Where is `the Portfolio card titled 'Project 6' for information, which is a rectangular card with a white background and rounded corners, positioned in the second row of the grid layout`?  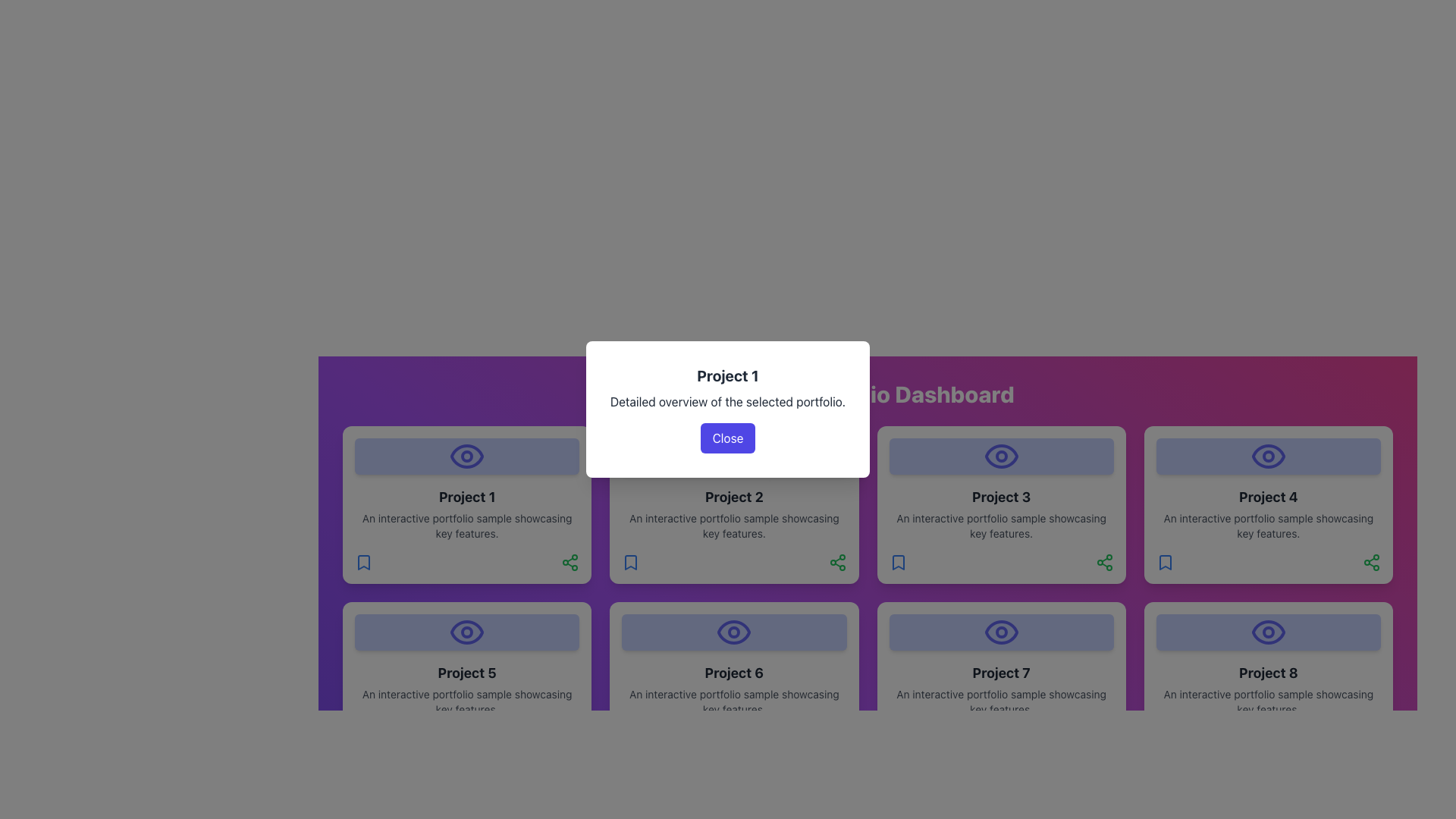
the Portfolio card titled 'Project 6' for information, which is a rectangular card with a white background and rounded corners, positioned in the second row of the grid layout is located at coordinates (734, 680).